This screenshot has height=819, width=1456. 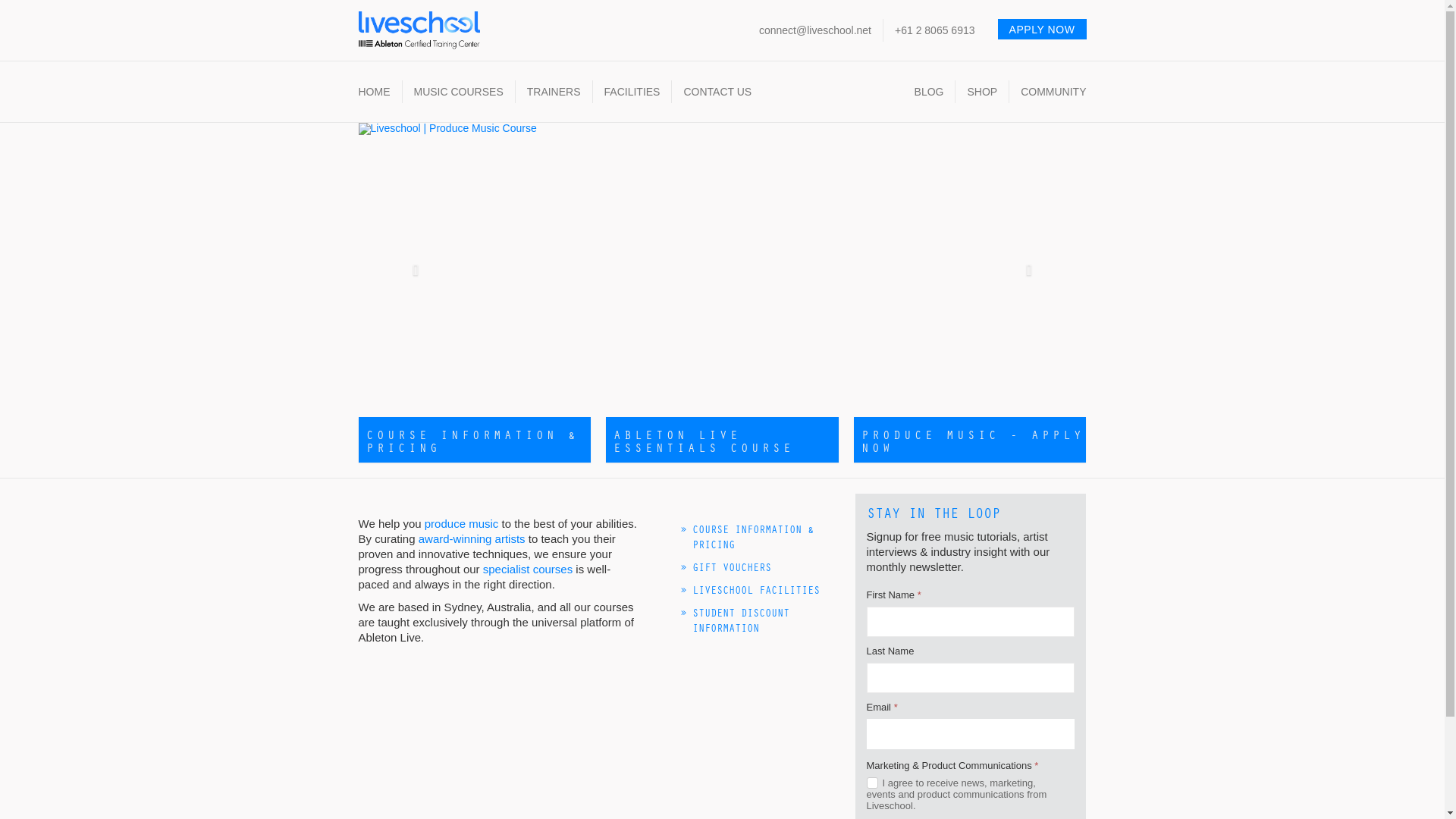 What do you see at coordinates (934, 30) in the screenshot?
I see `'+61 2 8065 6913'` at bounding box center [934, 30].